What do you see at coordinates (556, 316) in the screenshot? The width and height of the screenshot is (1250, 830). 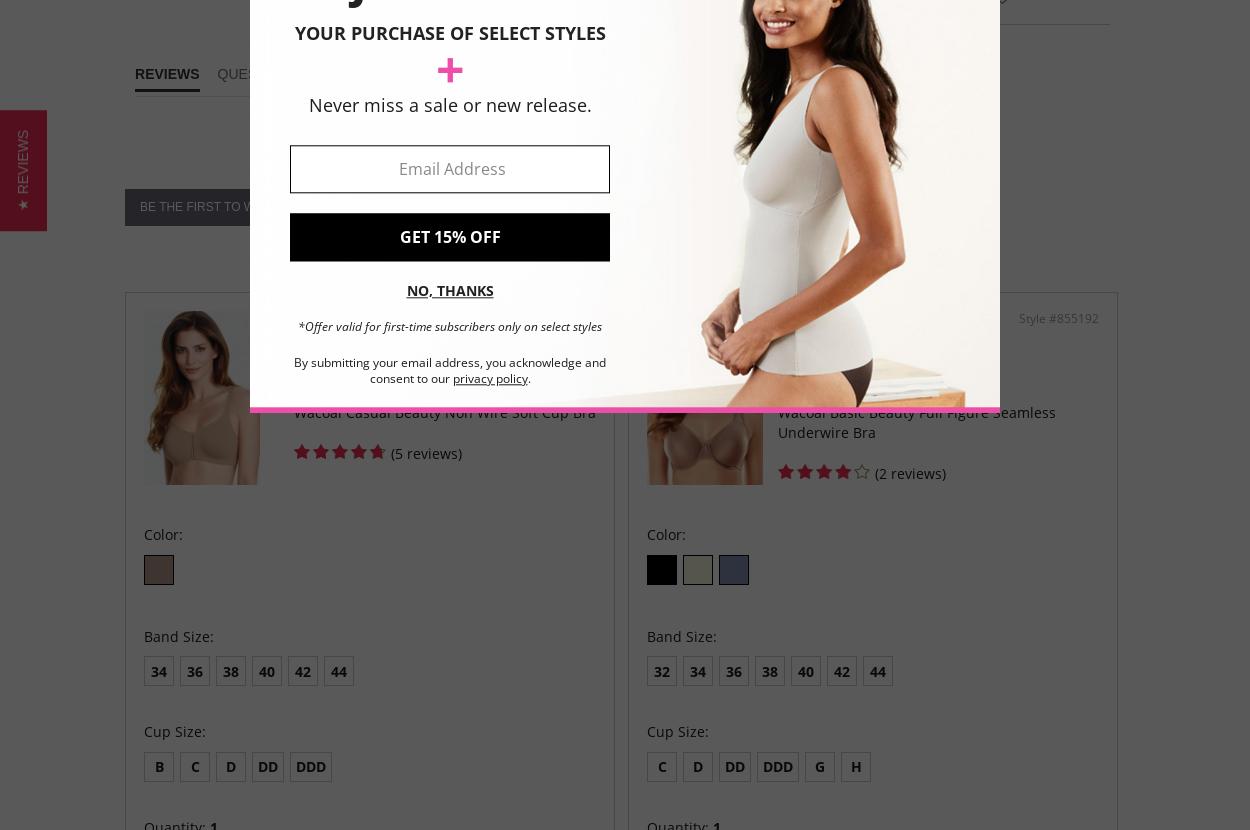 I see `'Style #852247'` at bounding box center [556, 316].